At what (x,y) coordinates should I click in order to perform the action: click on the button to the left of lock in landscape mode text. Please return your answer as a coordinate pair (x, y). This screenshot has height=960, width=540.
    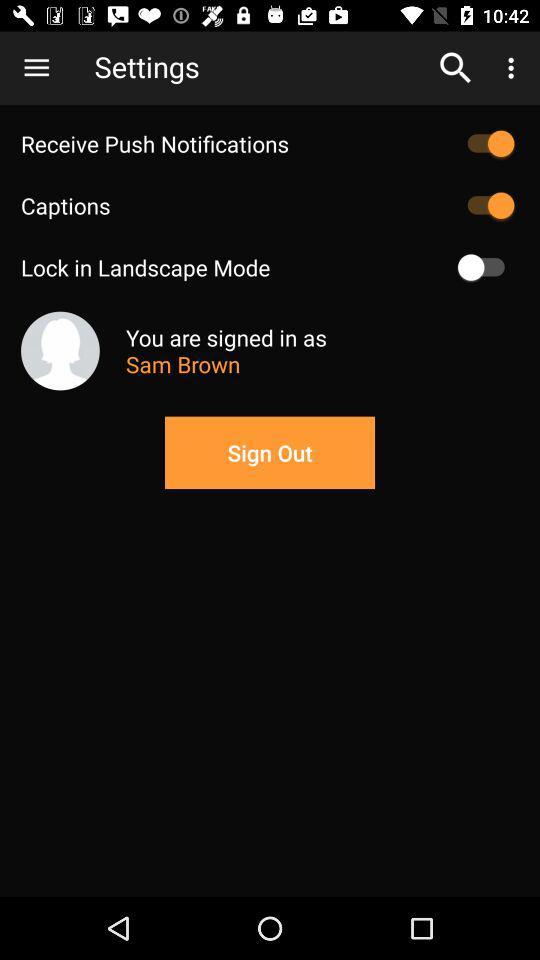
    Looking at the image, I should click on (485, 266).